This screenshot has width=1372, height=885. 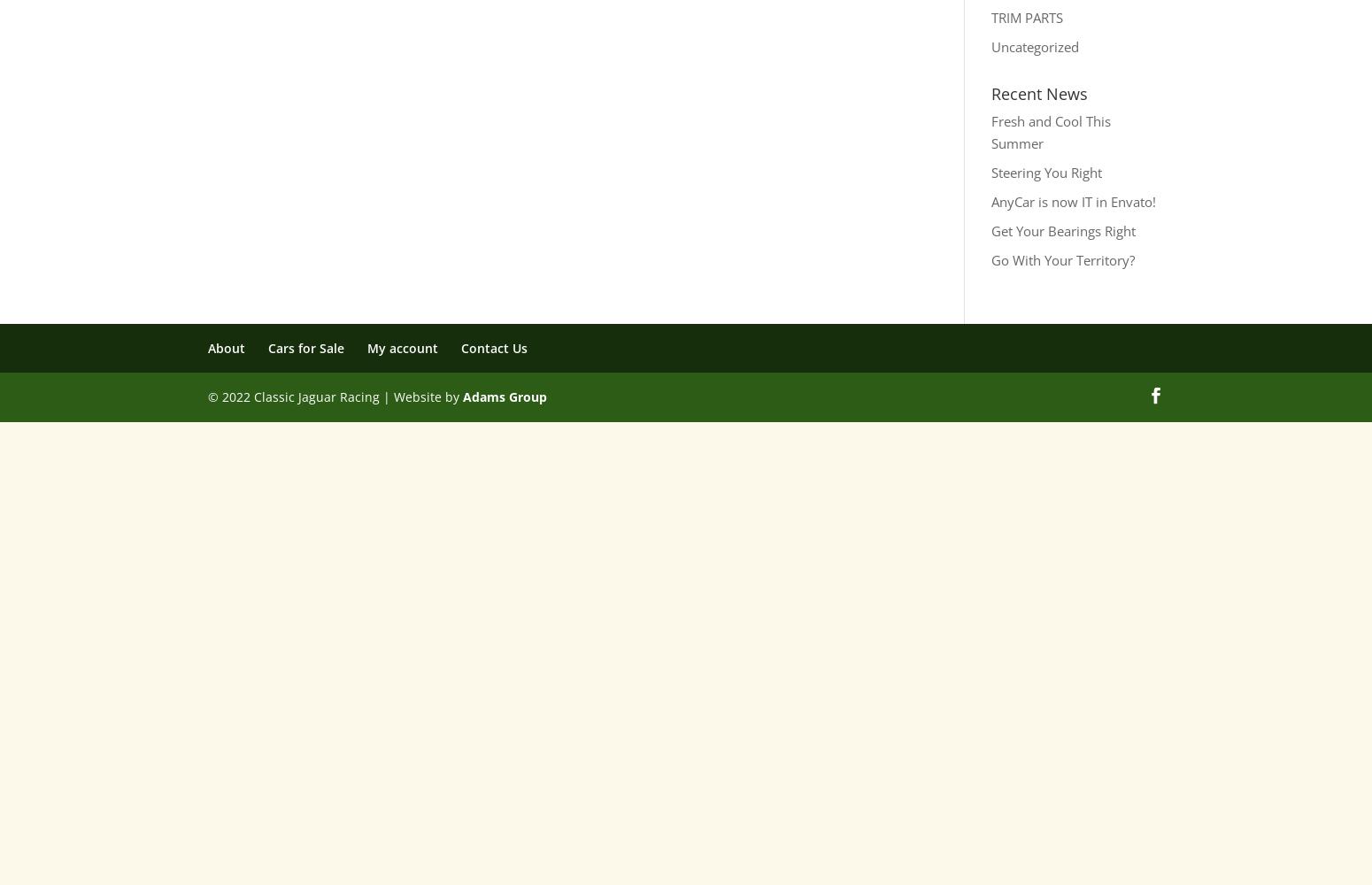 I want to click on 'Contact Us', so click(x=494, y=347).